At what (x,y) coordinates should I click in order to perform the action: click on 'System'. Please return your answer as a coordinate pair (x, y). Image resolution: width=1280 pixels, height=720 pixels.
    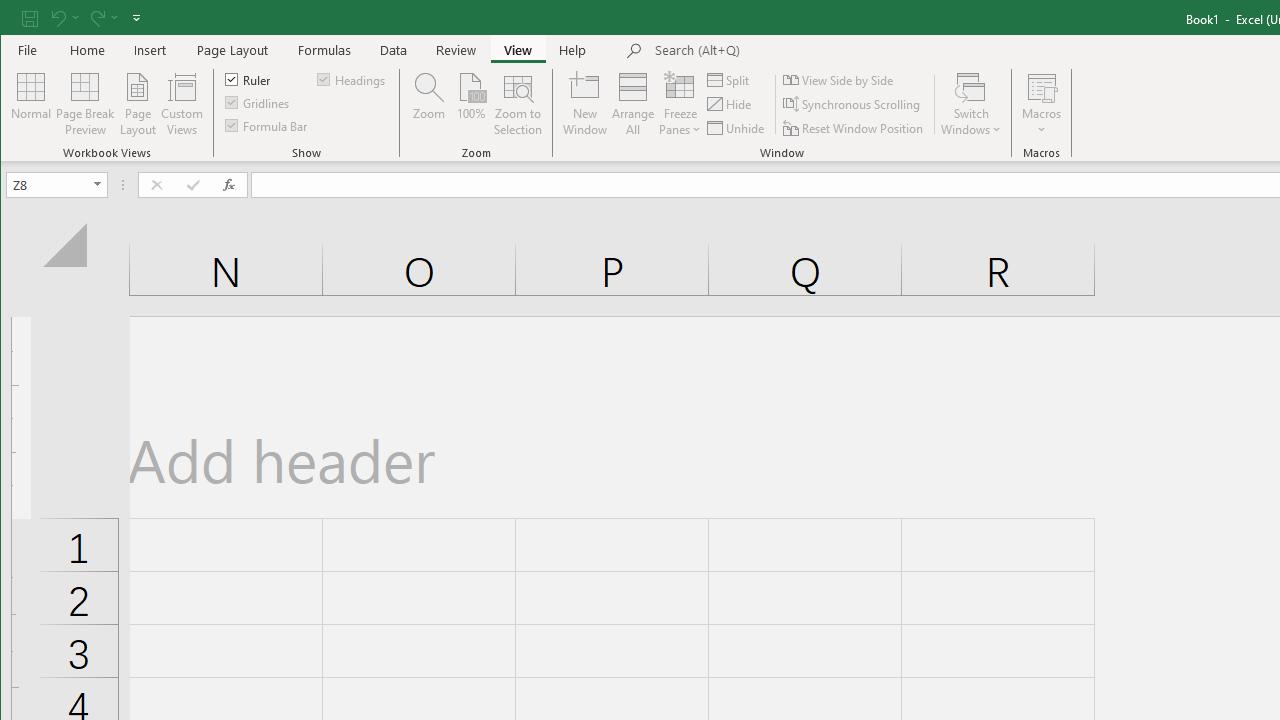
    Looking at the image, I should click on (18, 19).